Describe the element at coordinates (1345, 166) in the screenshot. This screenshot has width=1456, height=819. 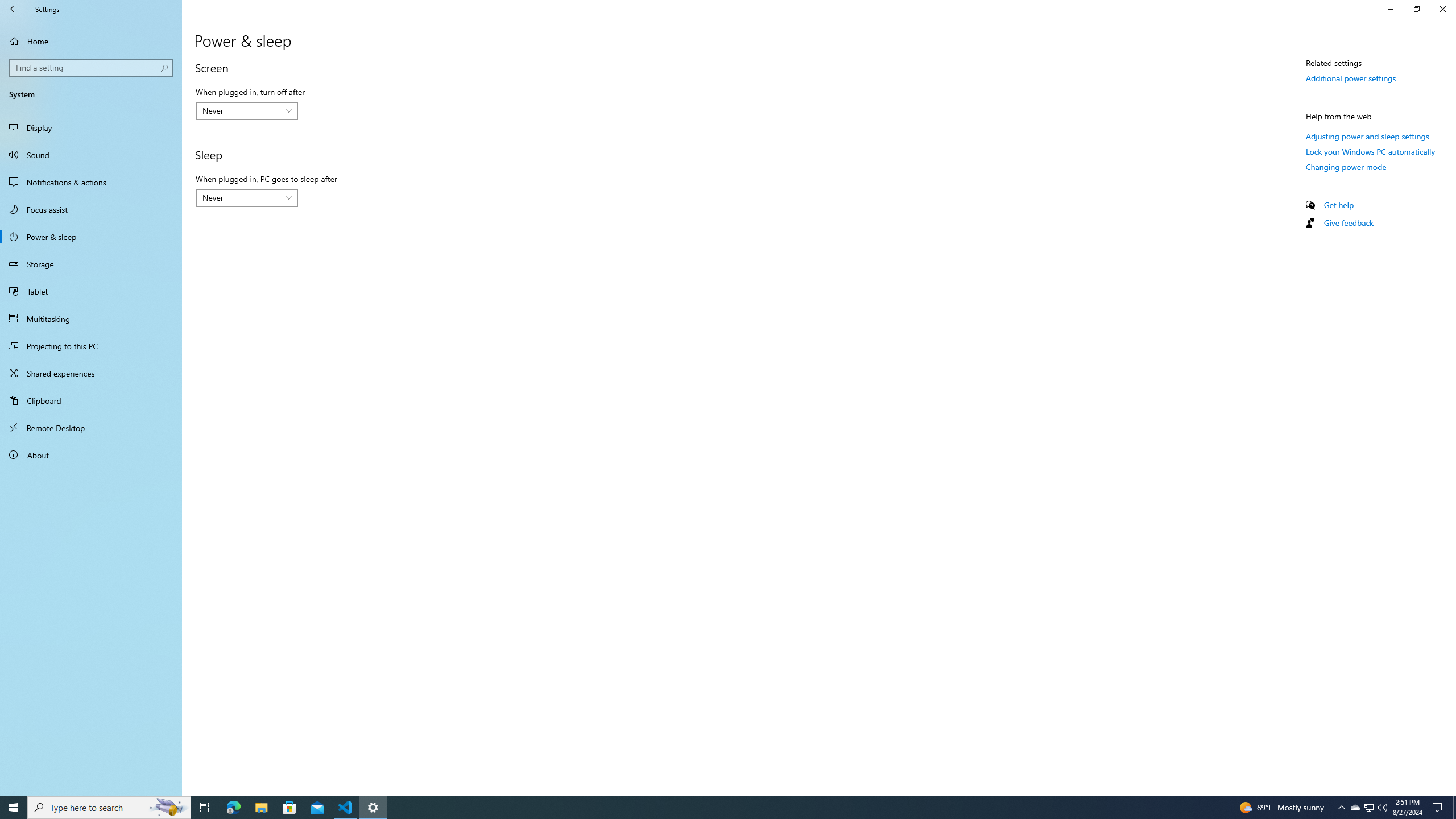
I see `'Changing power mode'` at that location.